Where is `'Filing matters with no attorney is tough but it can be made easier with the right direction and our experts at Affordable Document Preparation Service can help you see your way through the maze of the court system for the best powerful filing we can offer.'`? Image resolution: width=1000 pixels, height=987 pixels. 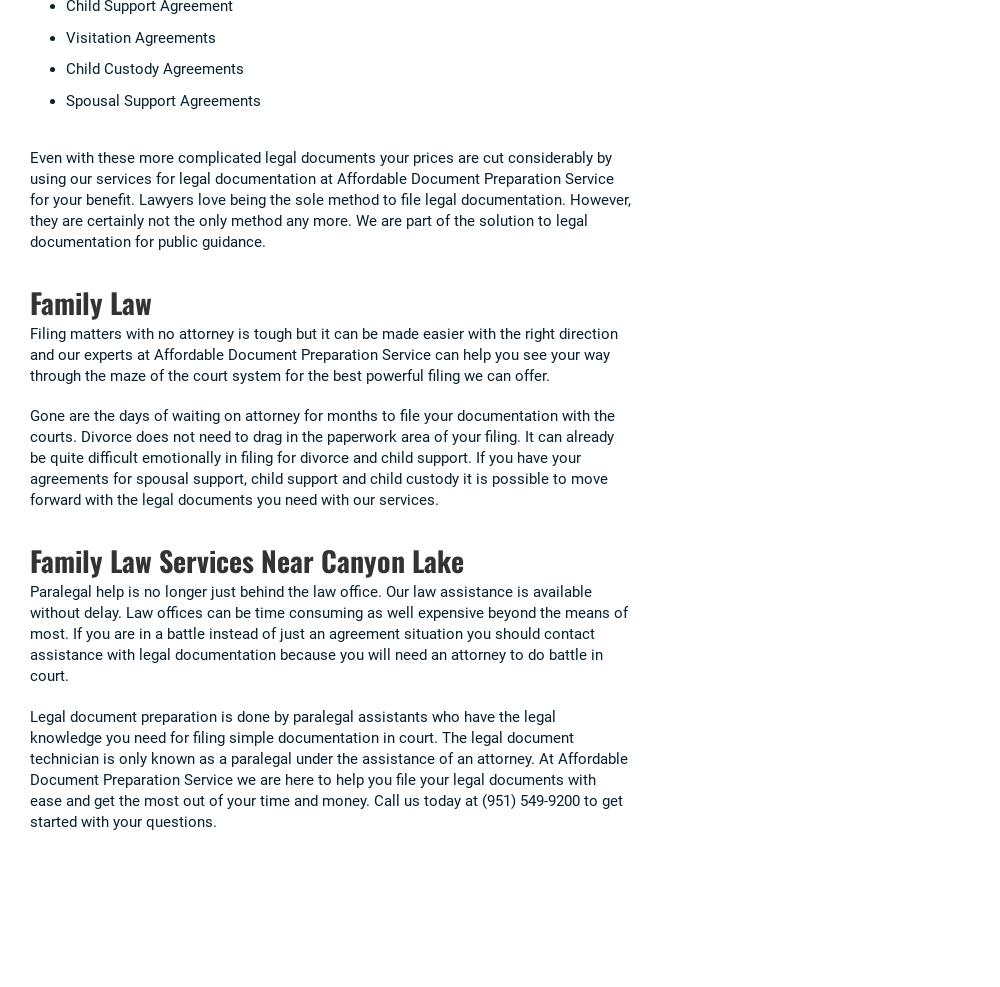 'Filing matters with no attorney is tough but it can be made easier with the right direction and our experts at Affordable Document Preparation Service can help you see your way through the maze of the court system for the best powerful filing we can offer.' is located at coordinates (30, 354).